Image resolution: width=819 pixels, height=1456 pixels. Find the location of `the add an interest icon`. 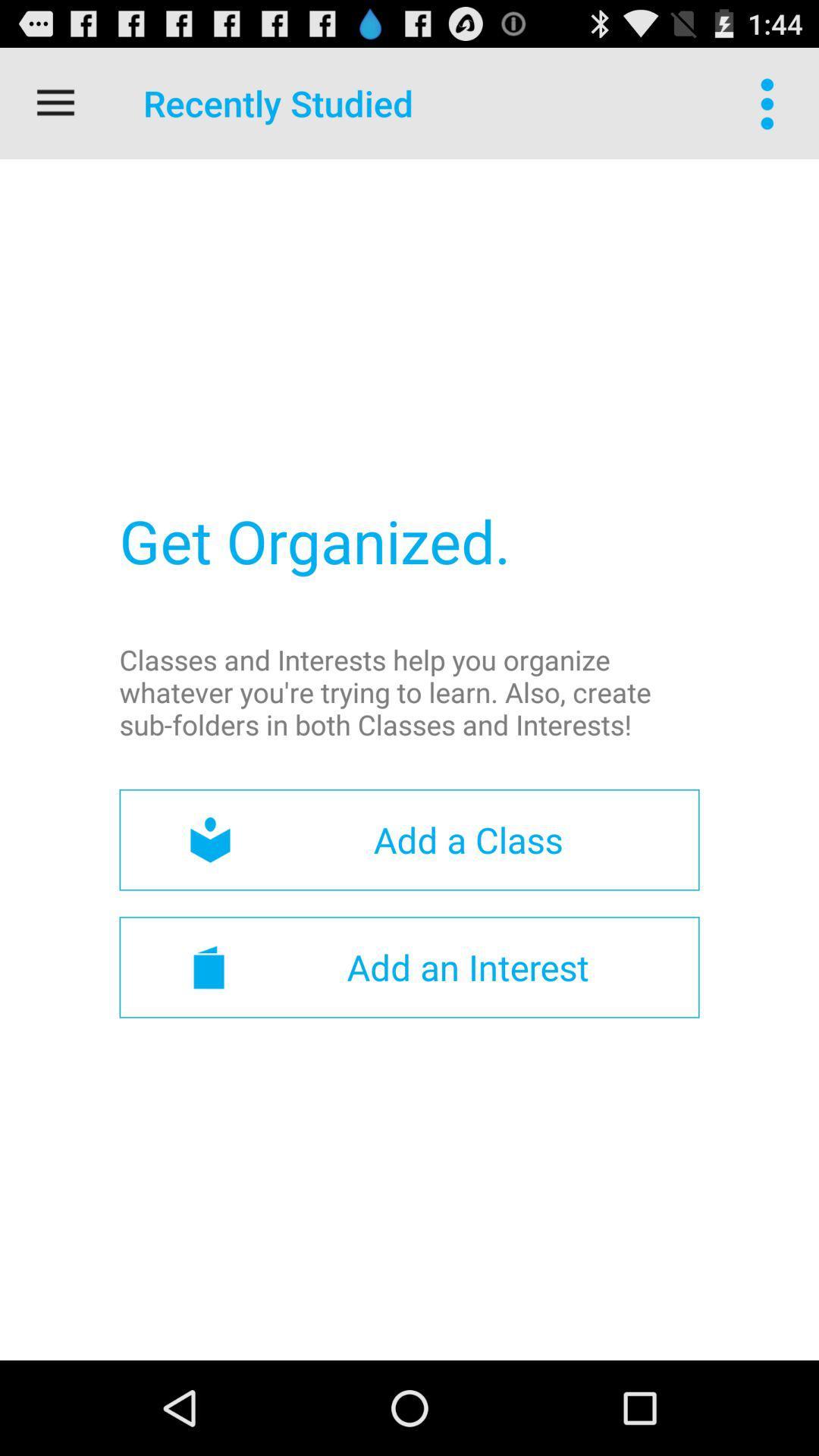

the add an interest icon is located at coordinates (409, 966).